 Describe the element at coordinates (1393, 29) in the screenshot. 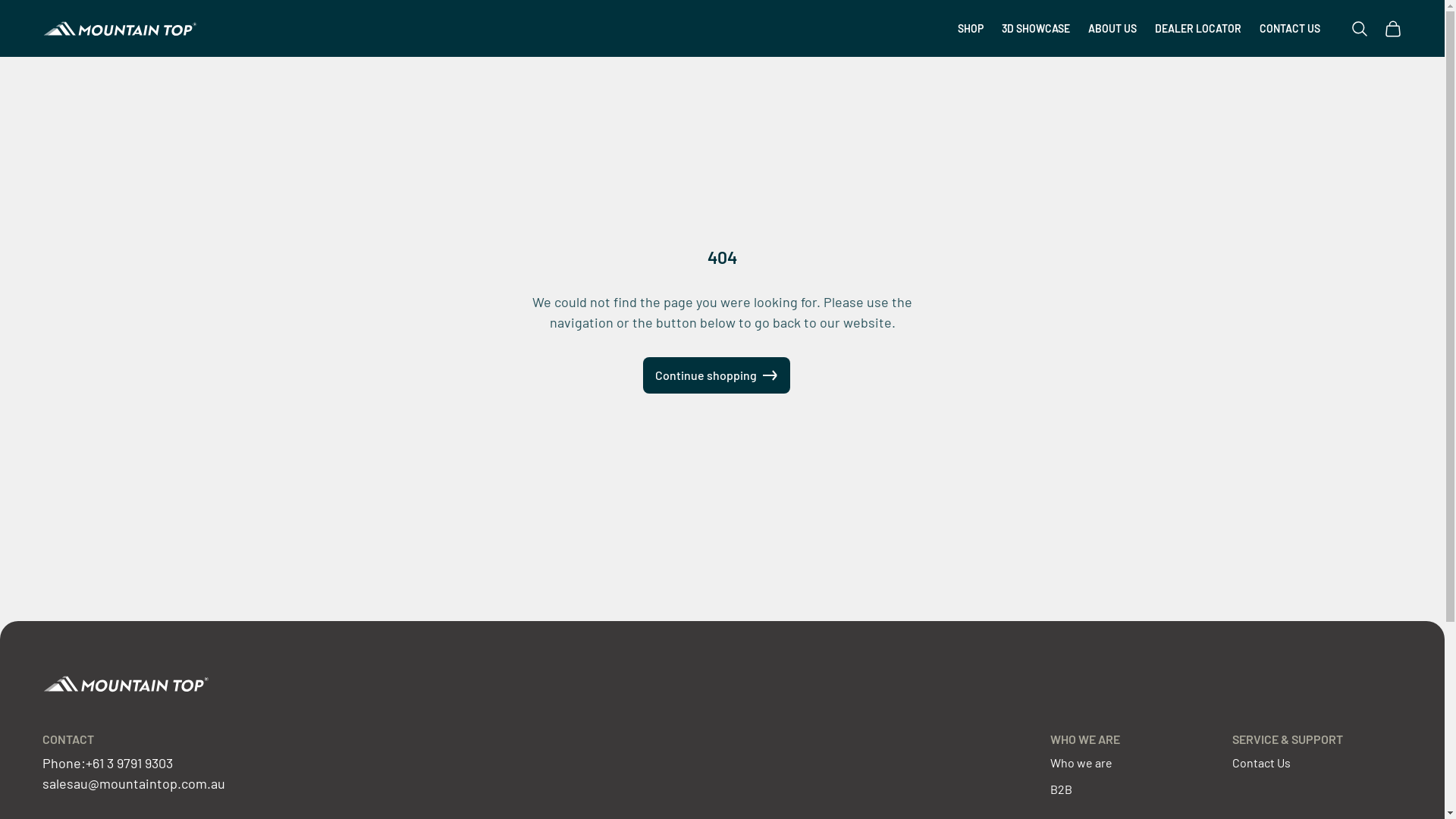

I see `'Open cart'` at that location.